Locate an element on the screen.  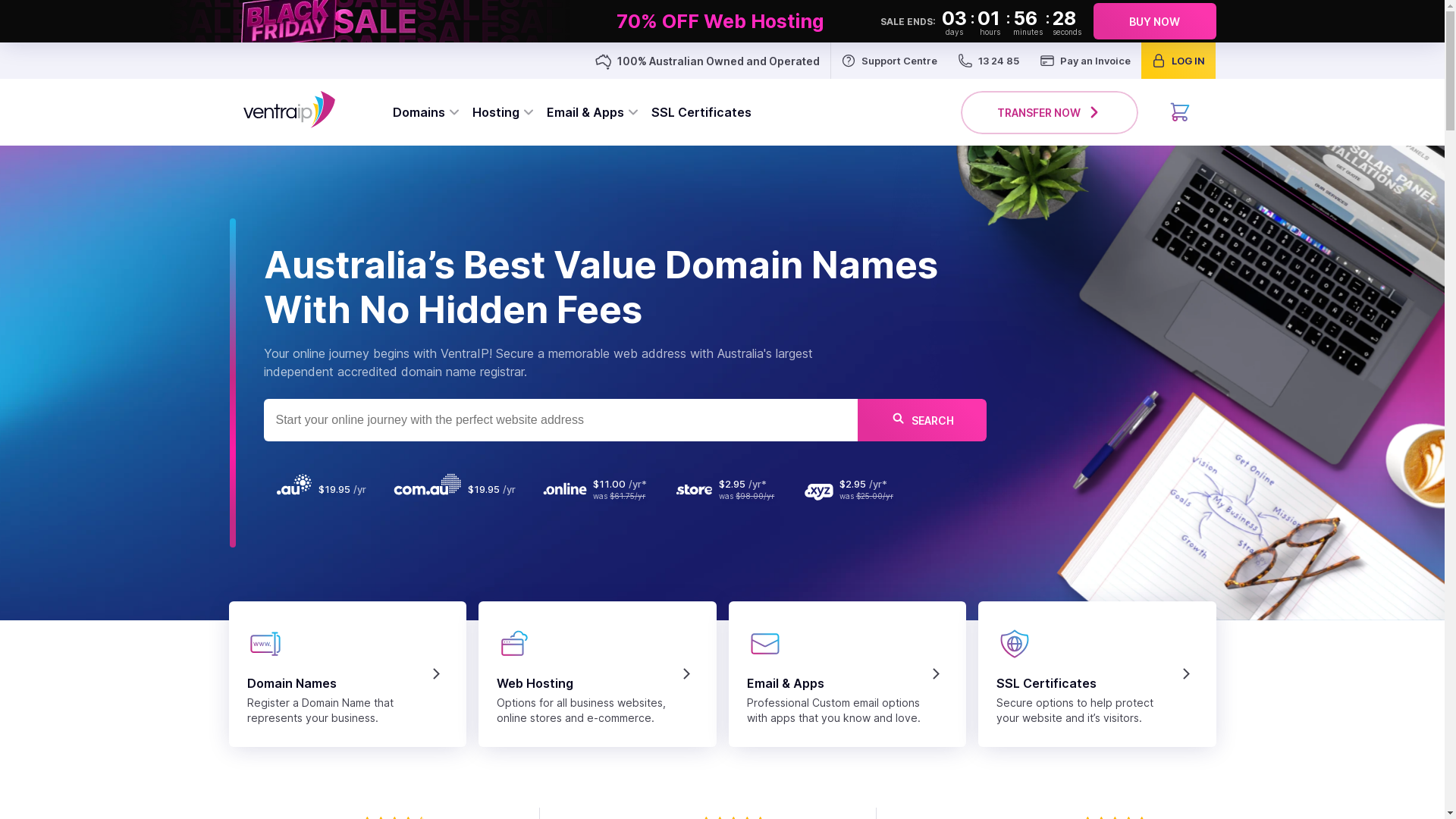
'$19 is located at coordinates (263, 489).